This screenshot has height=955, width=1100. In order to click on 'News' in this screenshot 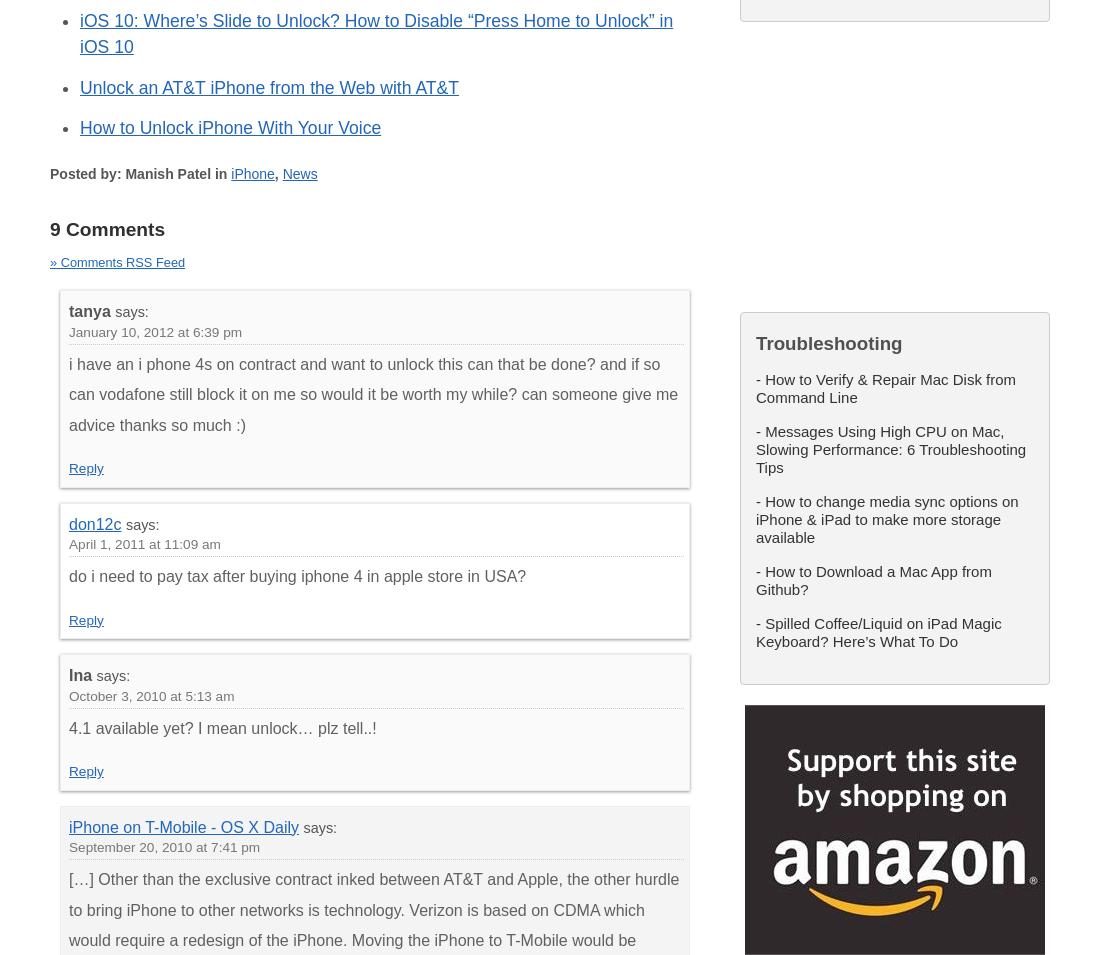, I will do `click(298, 173)`.